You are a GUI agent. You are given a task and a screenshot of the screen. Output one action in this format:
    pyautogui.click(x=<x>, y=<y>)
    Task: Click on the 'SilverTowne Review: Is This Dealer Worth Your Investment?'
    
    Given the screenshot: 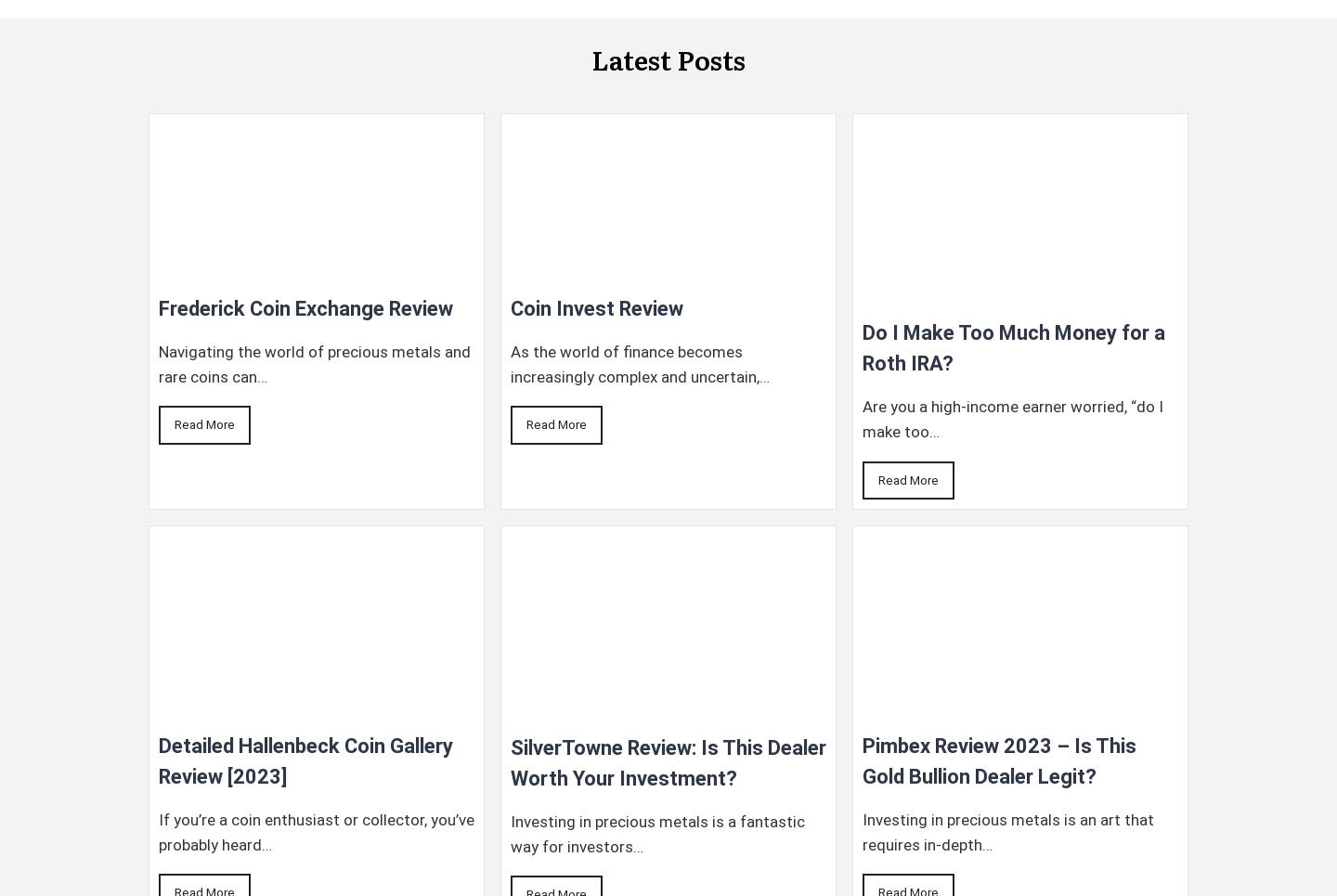 What is the action you would take?
    pyautogui.click(x=667, y=761)
    